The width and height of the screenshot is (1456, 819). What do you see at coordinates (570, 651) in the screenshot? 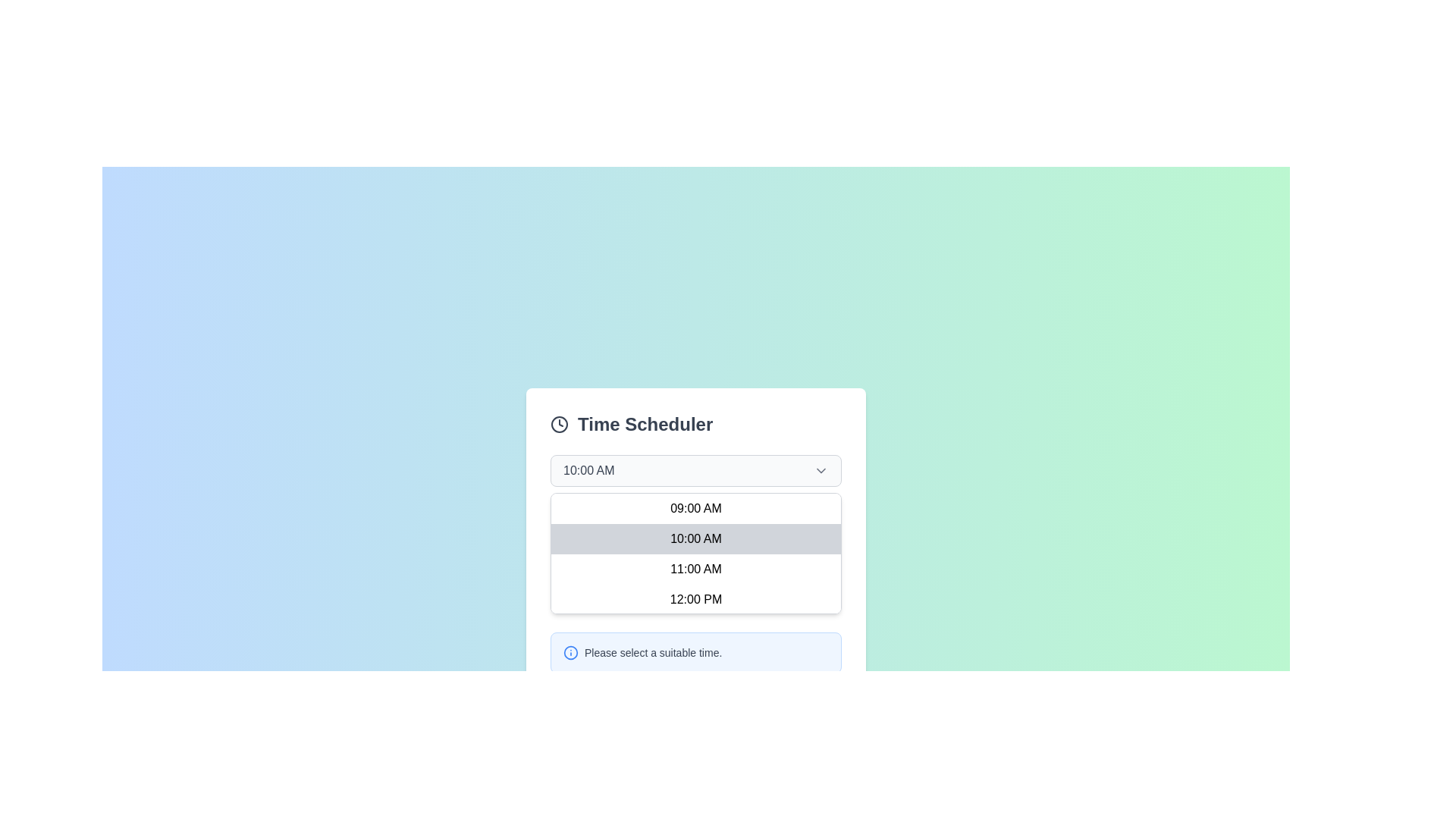
I see `the circular 'info' icon that indicates additional information related to the message 'Please select a suitable time.'` at bounding box center [570, 651].